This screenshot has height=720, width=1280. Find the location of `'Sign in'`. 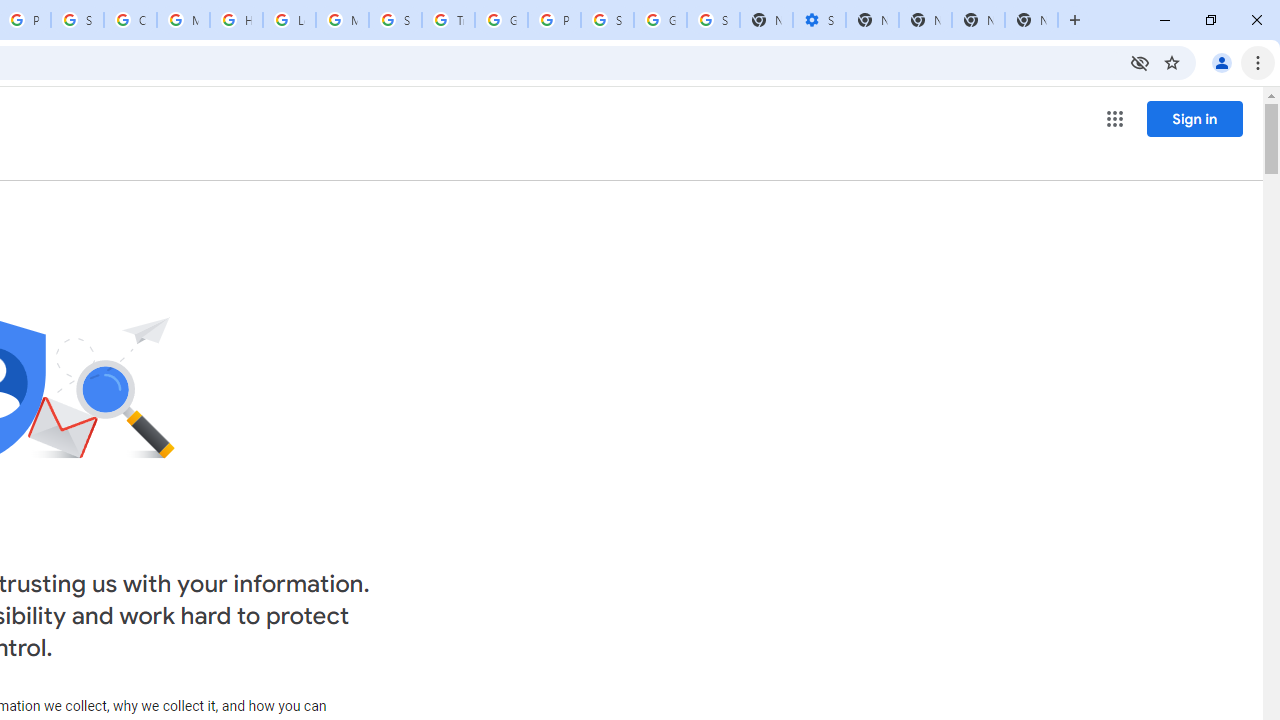

'Sign in' is located at coordinates (1194, 118).